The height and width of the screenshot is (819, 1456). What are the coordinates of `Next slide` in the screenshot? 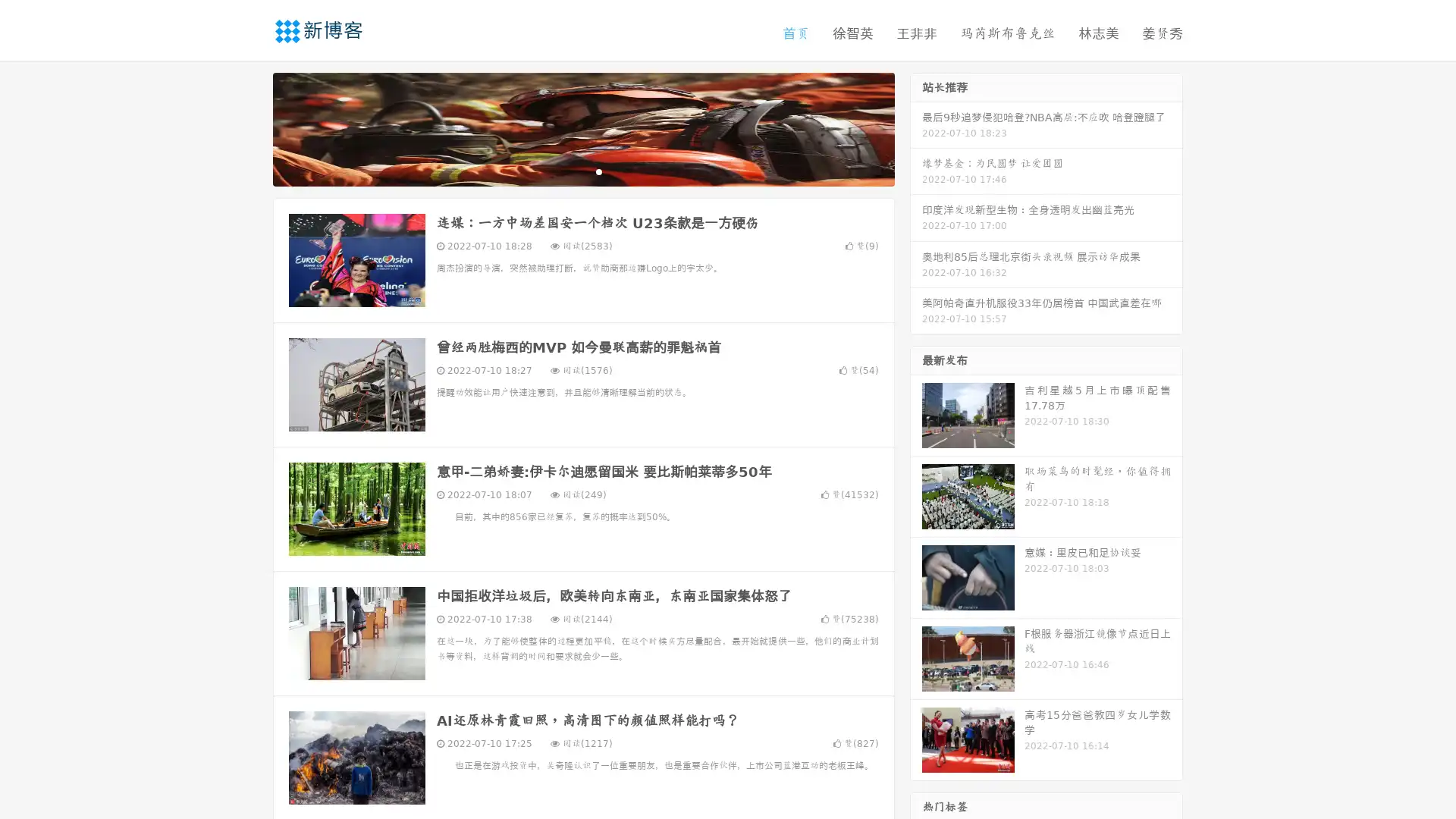 It's located at (916, 127).